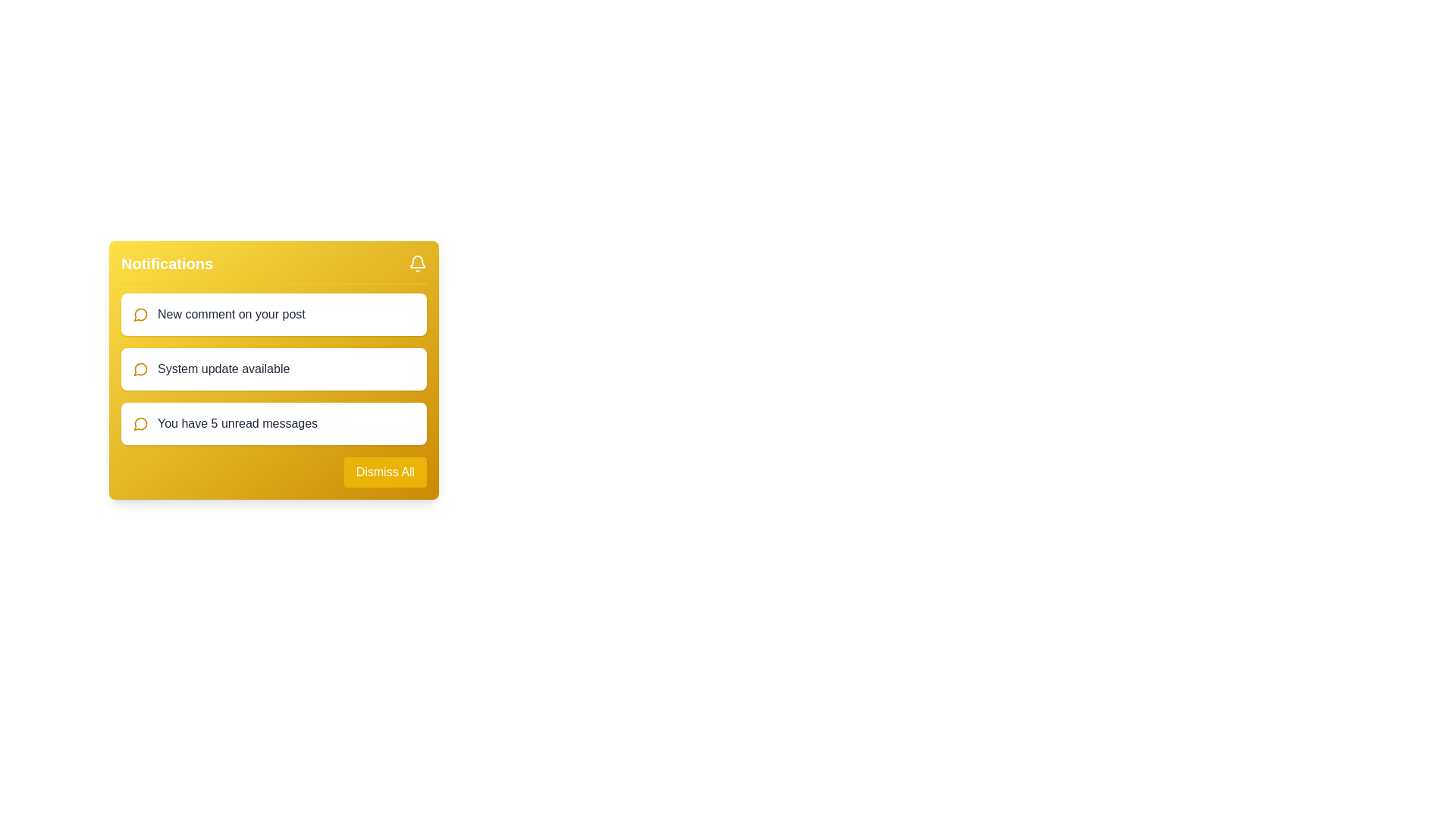 Image resolution: width=1456 pixels, height=819 pixels. What do you see at coordinates (231, 314) in the screenshot?
I see `the static text notification reading 'New comment on your post' which is styled in gray font color and is visually embedded within a white rectangular module with rounded corners, positioned alongside a yellow circular icon depicting a speech bubble` at bounding box center [231, 314].